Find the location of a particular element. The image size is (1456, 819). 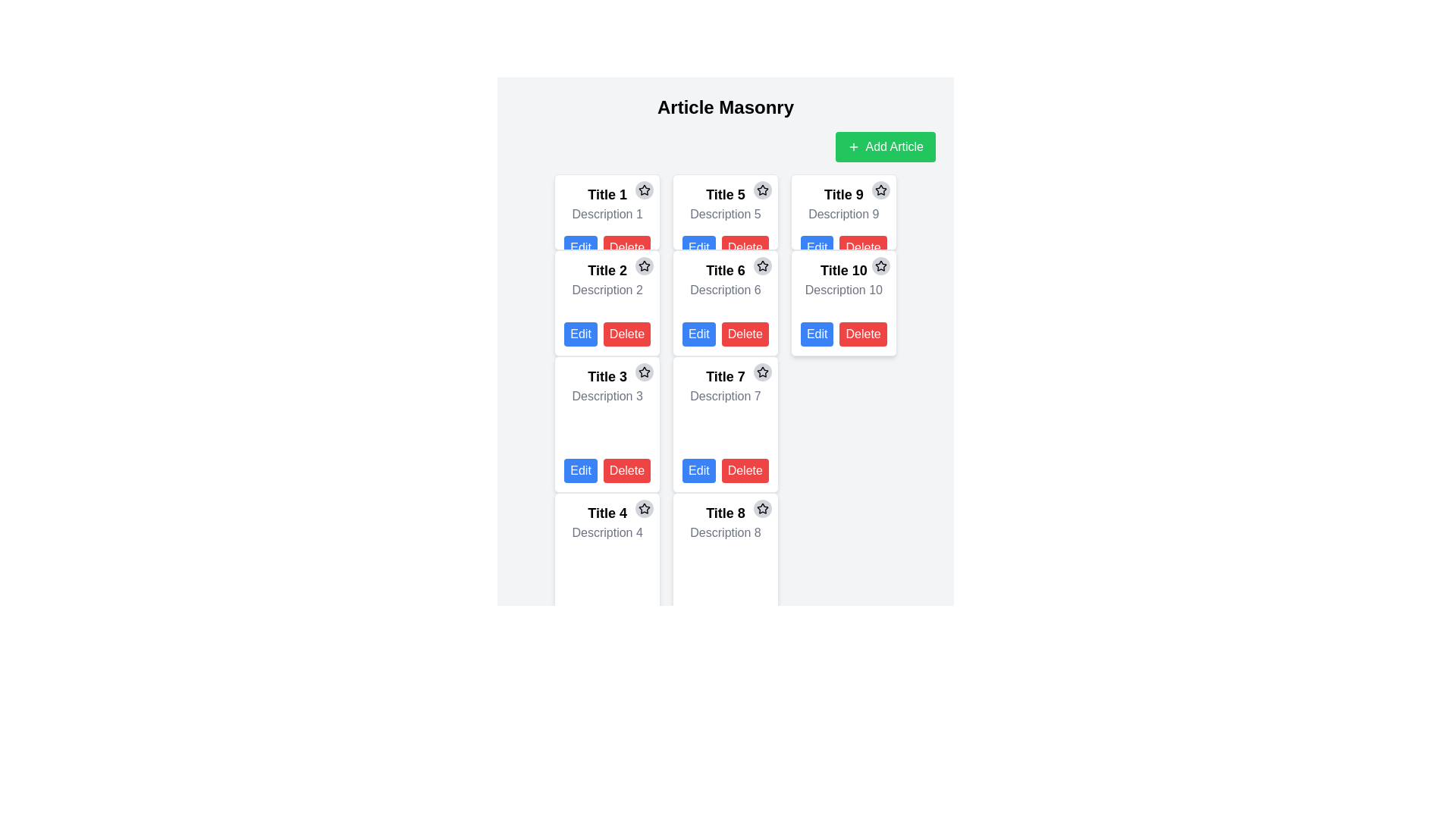

the Text label displaying 'Description 1', which is styled in gray and located beneath the bold title 'Title 1' in the first card layout is located at coordinates (607, 214).